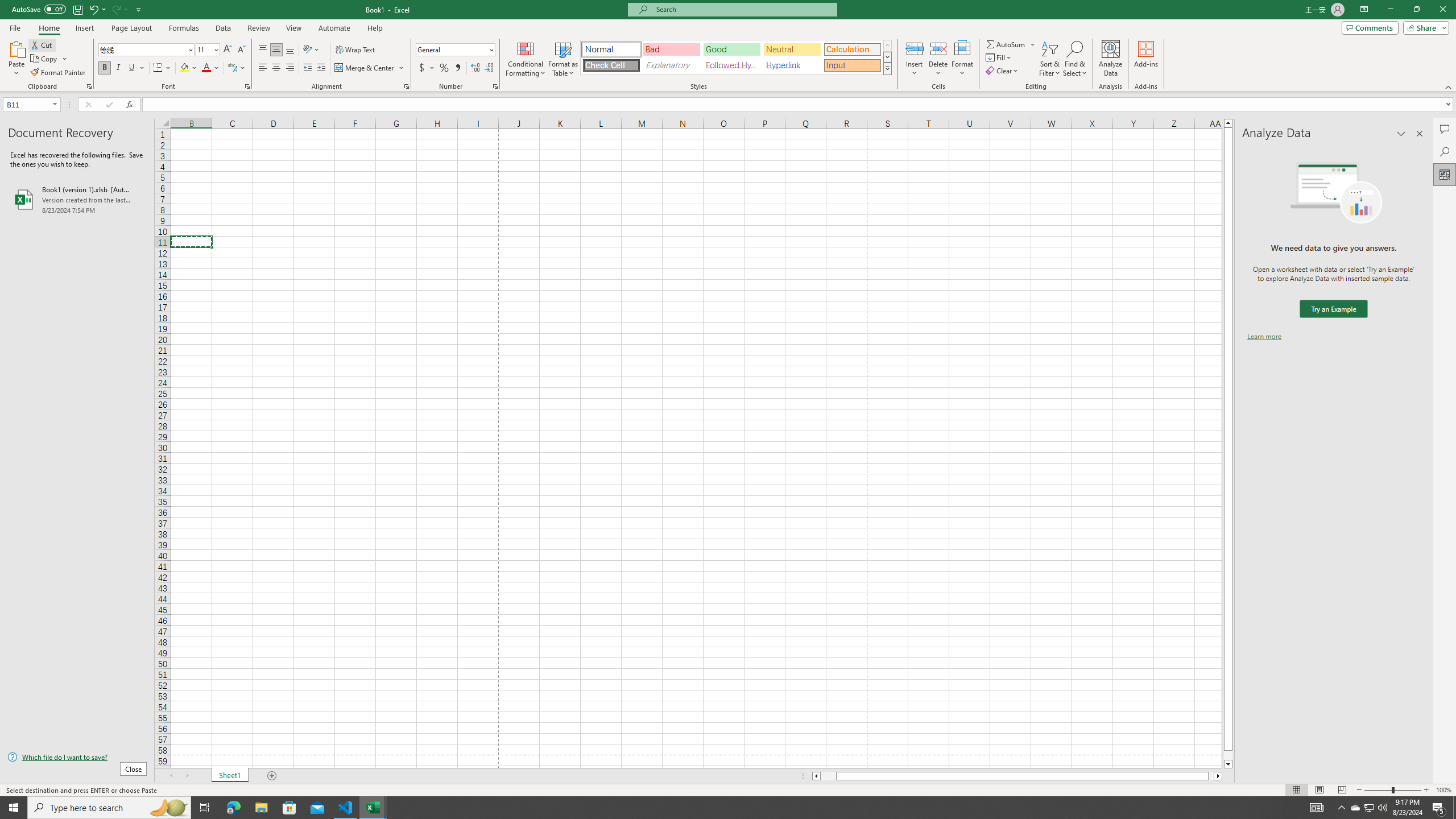 This screenshot has height=819, width=1456. I want to click on 'Office Clipboard...', so click(88, 85).